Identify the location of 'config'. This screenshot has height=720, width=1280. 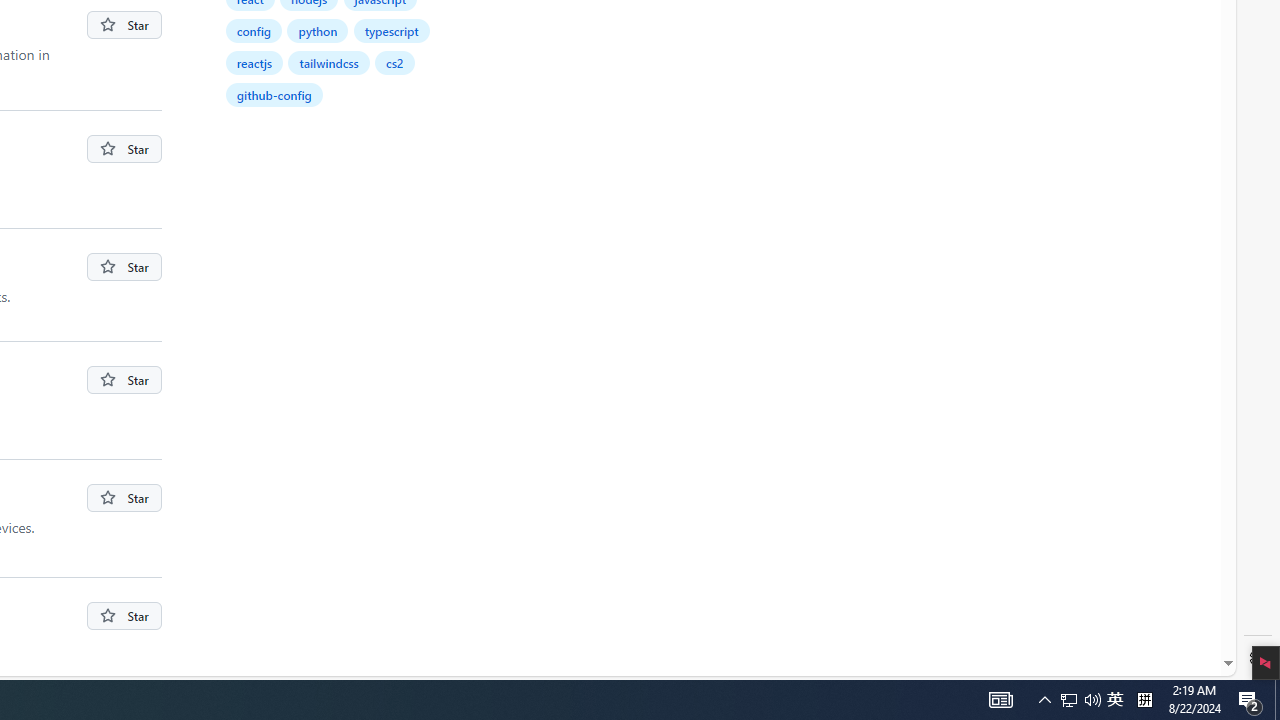
(253, 30).